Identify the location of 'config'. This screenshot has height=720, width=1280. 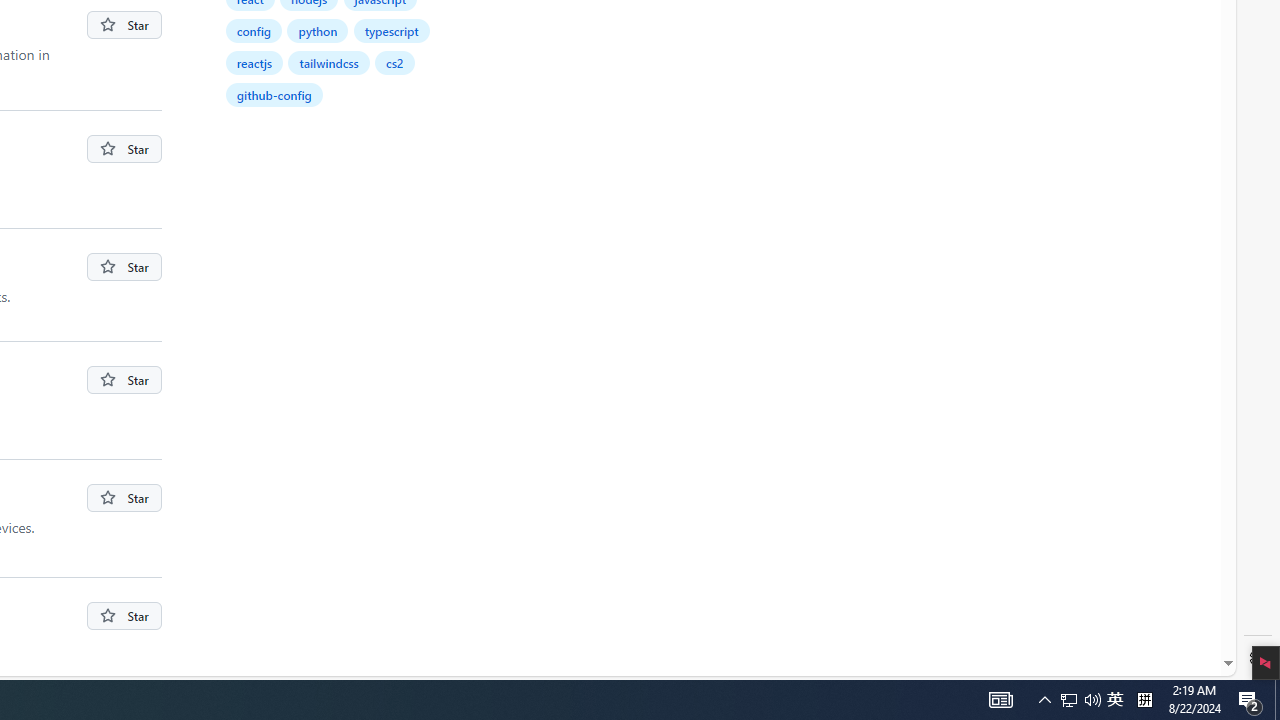
(253, 30).